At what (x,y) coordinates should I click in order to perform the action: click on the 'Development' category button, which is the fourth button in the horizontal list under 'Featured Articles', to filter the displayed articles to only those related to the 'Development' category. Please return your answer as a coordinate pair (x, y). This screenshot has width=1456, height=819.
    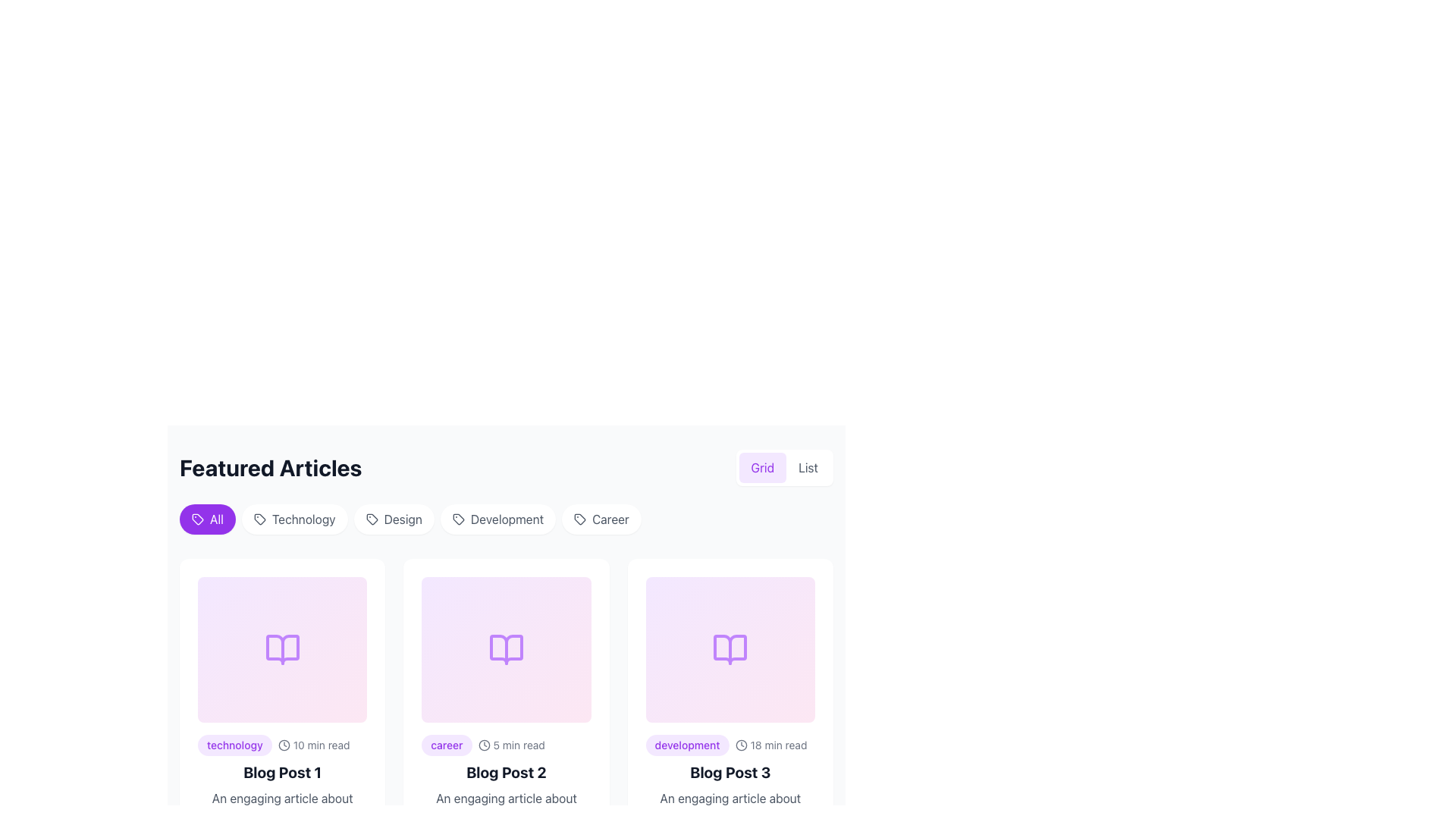
    Looking at the image, I should click on (498, 519).